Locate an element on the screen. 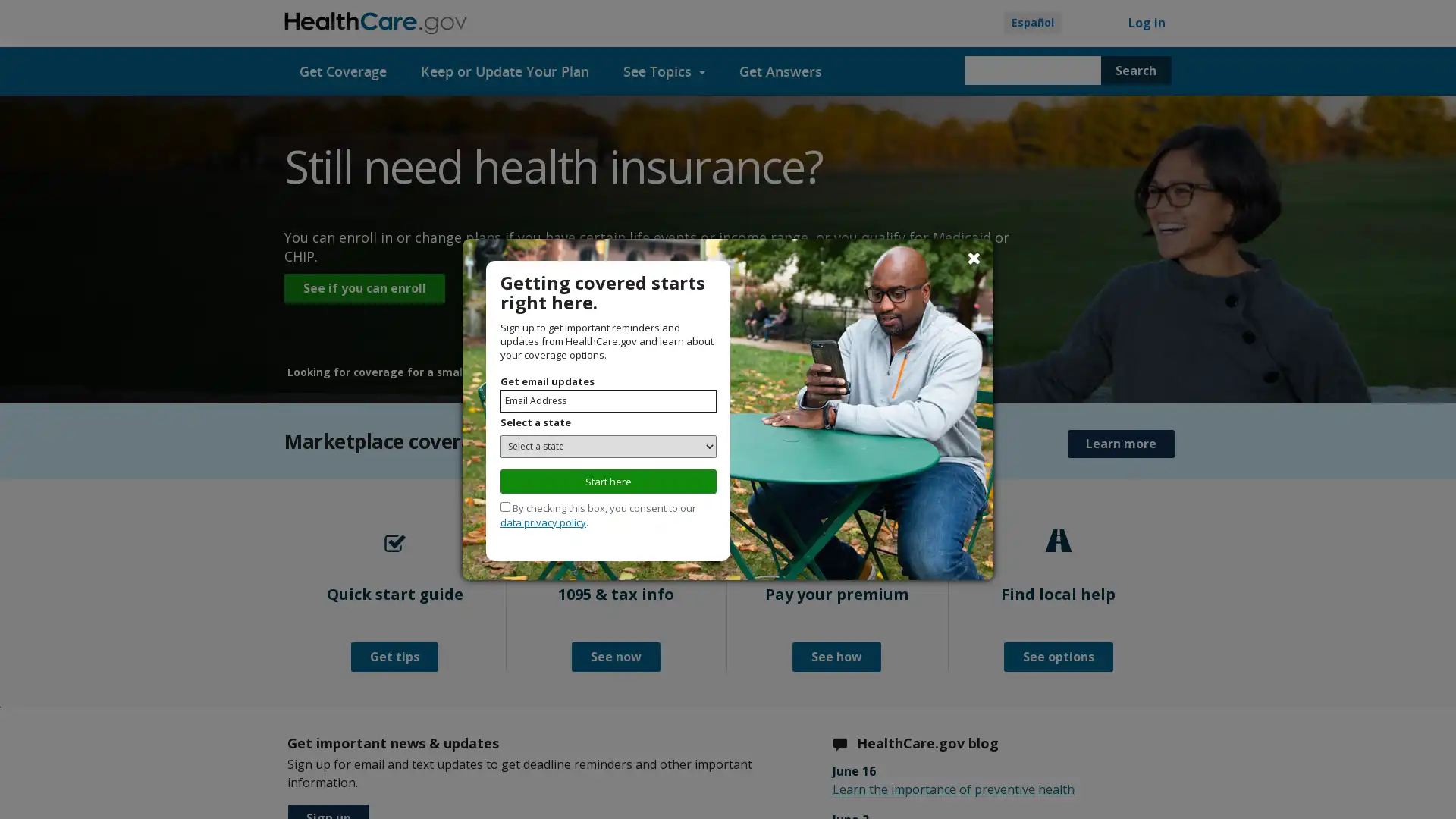 This screenshot has width=1456, height=819. Start here is located at coordinates (608, 480).